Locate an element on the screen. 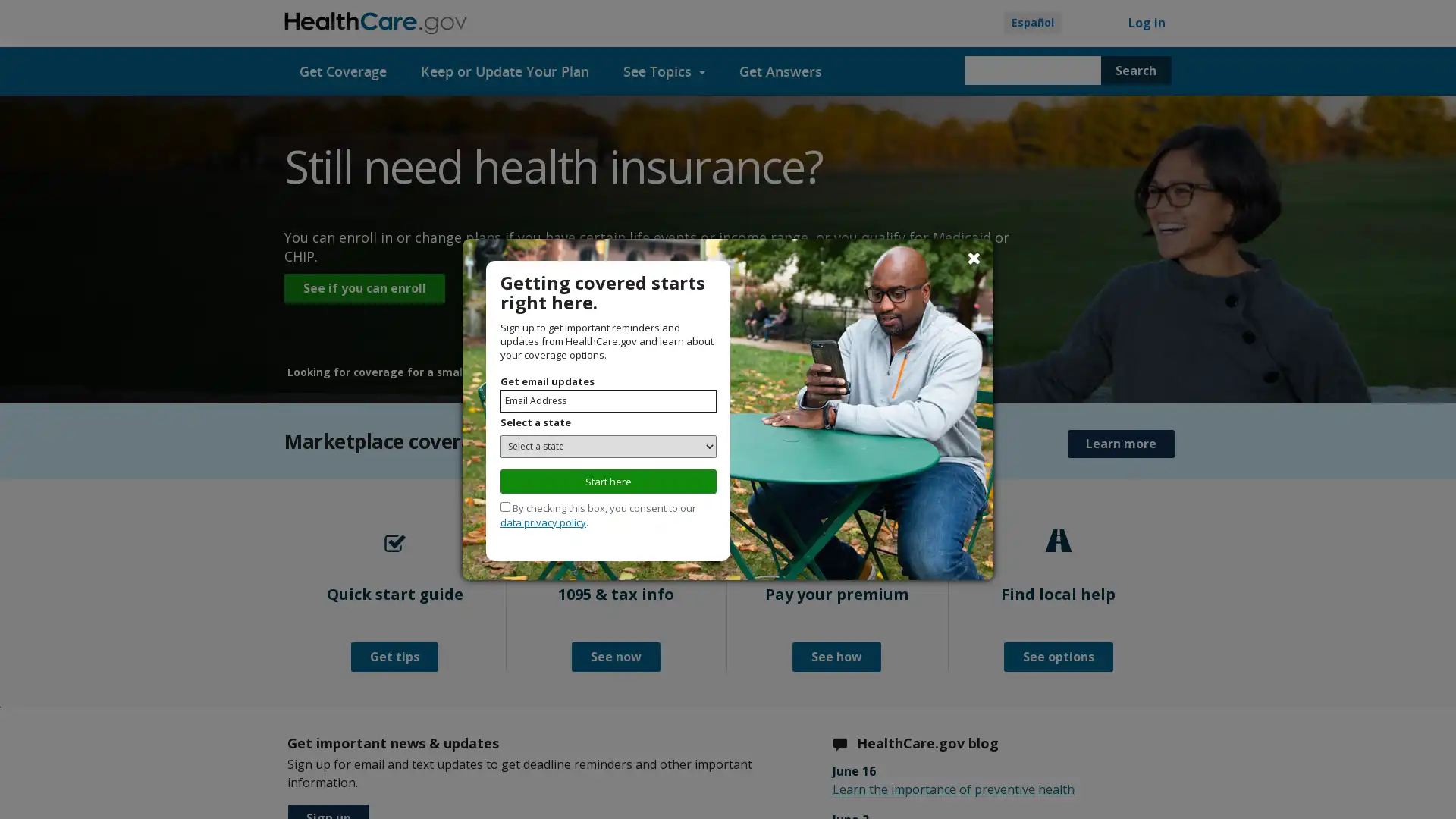 This screenshot has width=1456, height=819. Start here is located at coordinates (608, 480).